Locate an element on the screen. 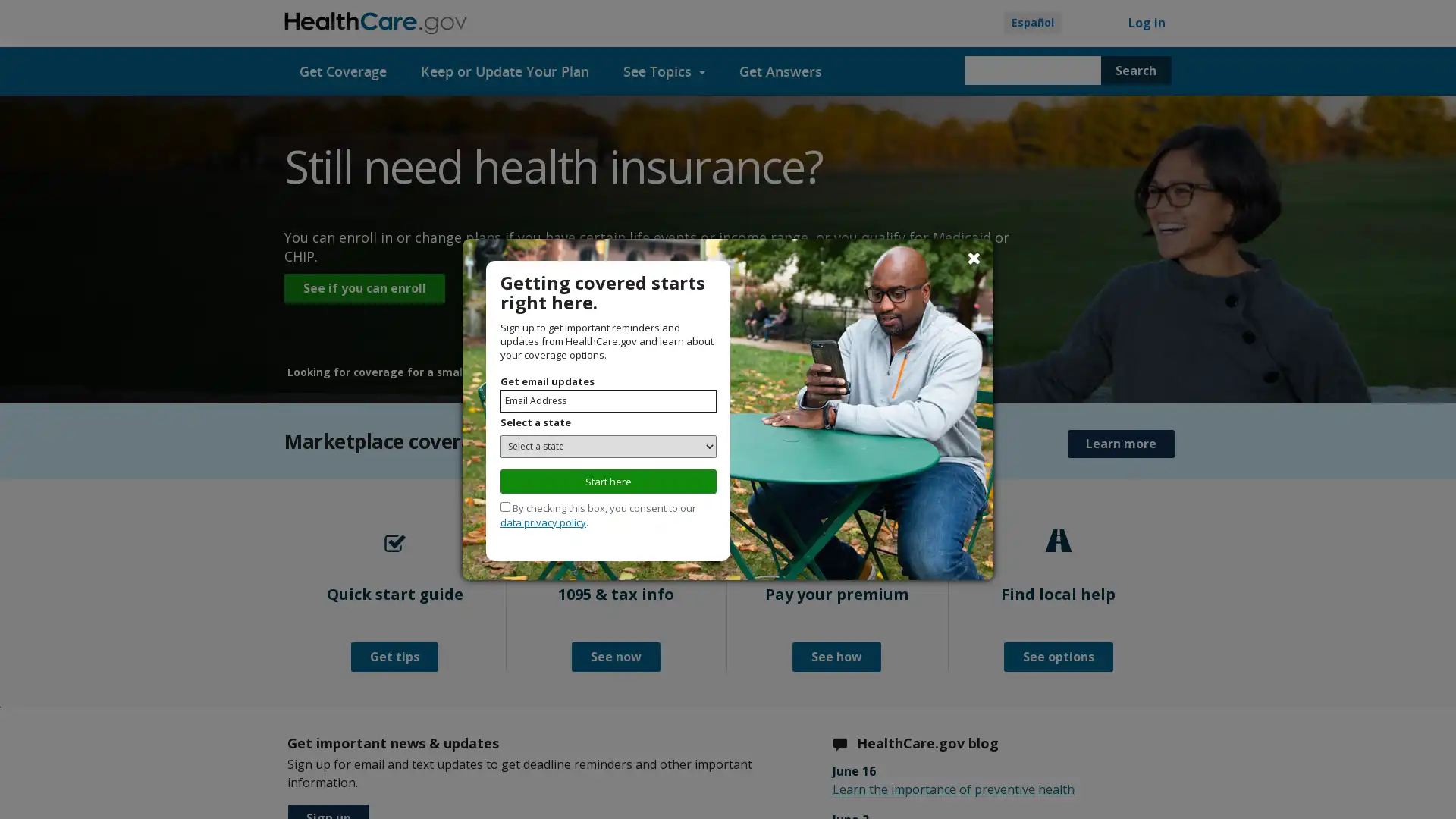 This screenshot has width=1456, height=819. Start here is located at coordinates (608, 480).